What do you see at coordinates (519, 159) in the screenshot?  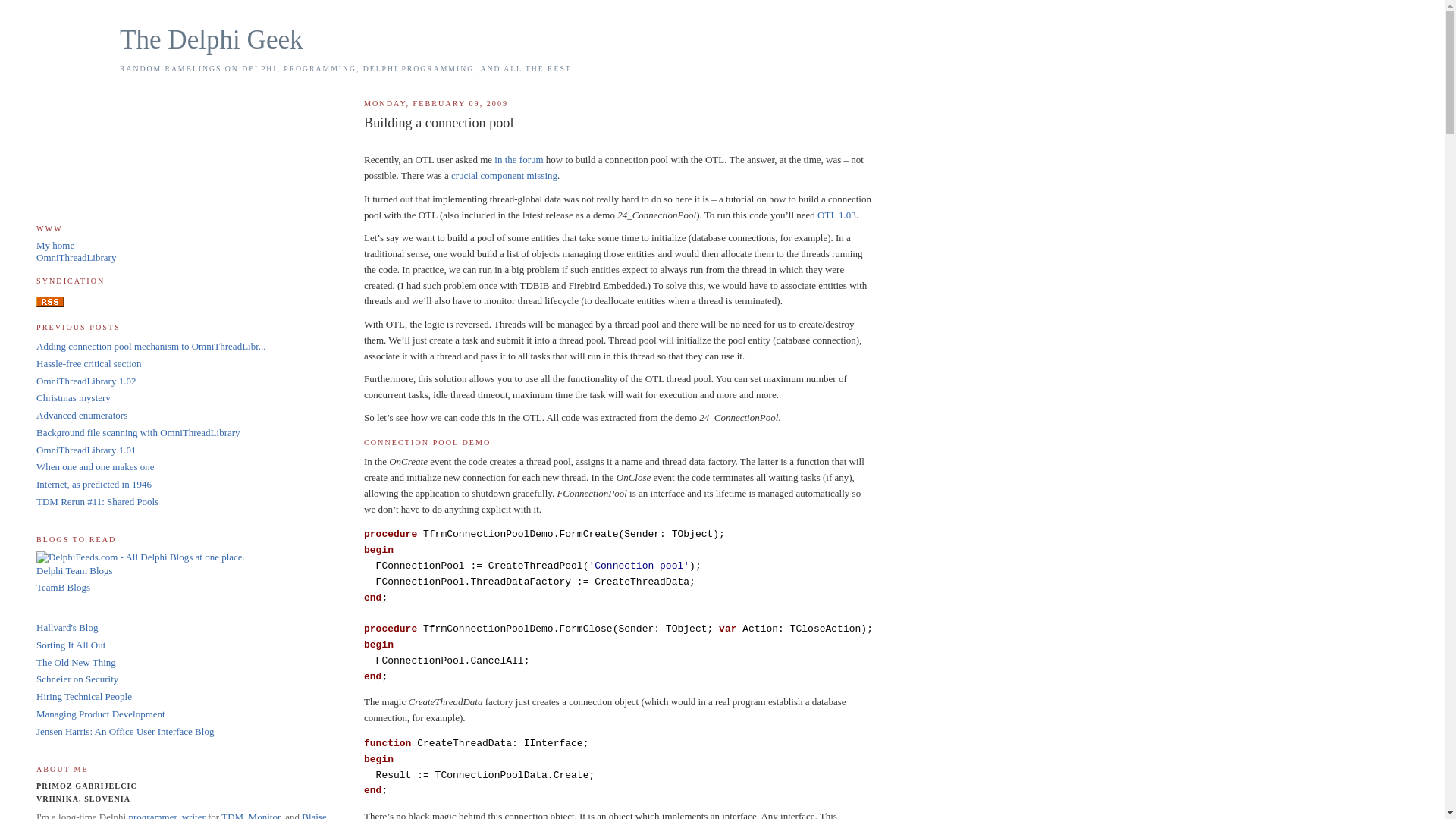 I see `'in the forum'` at bounding box center [519, 159].